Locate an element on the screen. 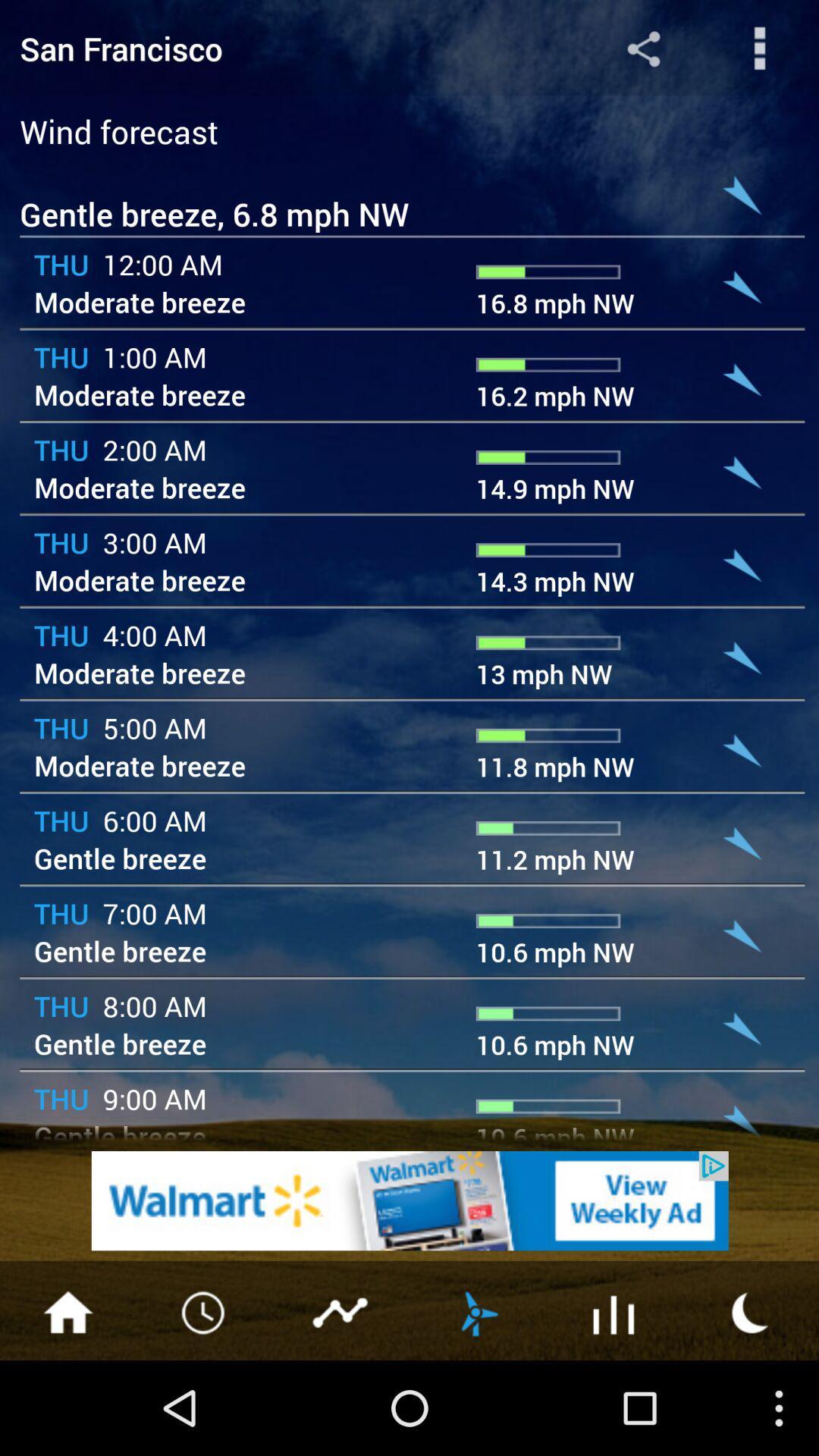 This screenshot has width=819, height=1456. the weather icon is located at coordinates (751, 1402).